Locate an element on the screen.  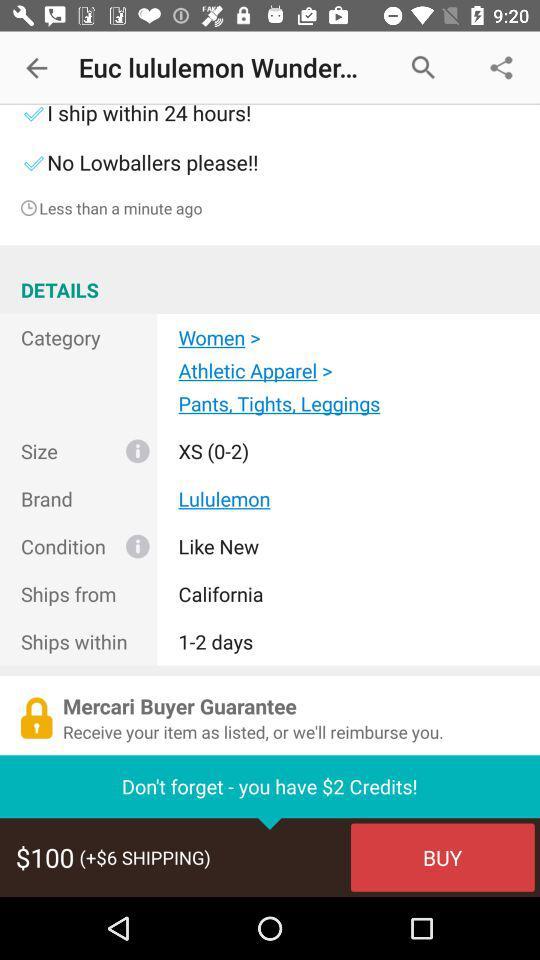
the info icon is located at coordinates (136, 451).